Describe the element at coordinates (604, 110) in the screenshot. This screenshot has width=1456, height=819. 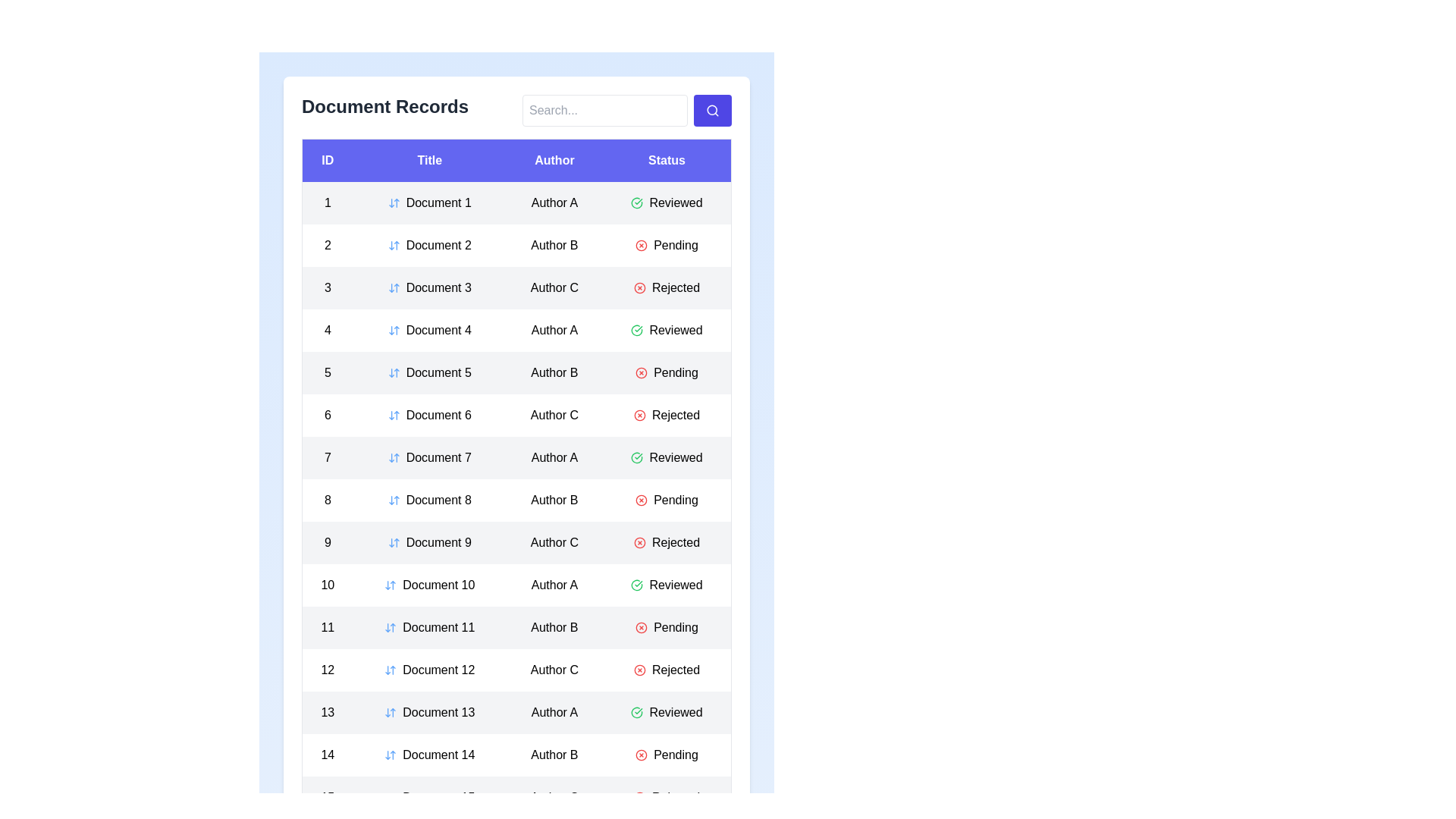
I see `the search input field to focus it` at that location.